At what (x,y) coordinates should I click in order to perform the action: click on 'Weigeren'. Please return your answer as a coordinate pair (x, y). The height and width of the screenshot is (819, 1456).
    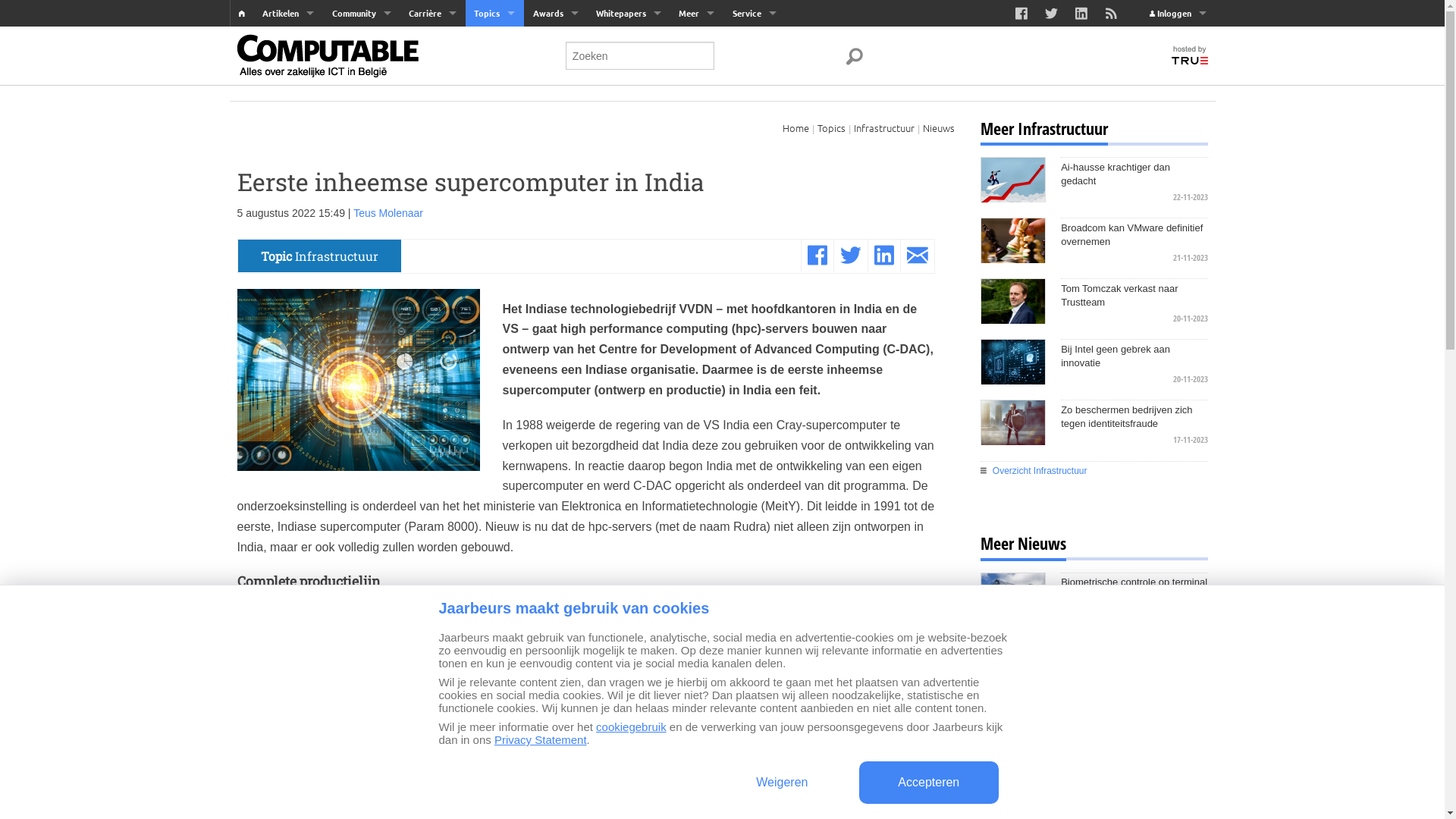
    Looking at the image, I should click on (782, 783).